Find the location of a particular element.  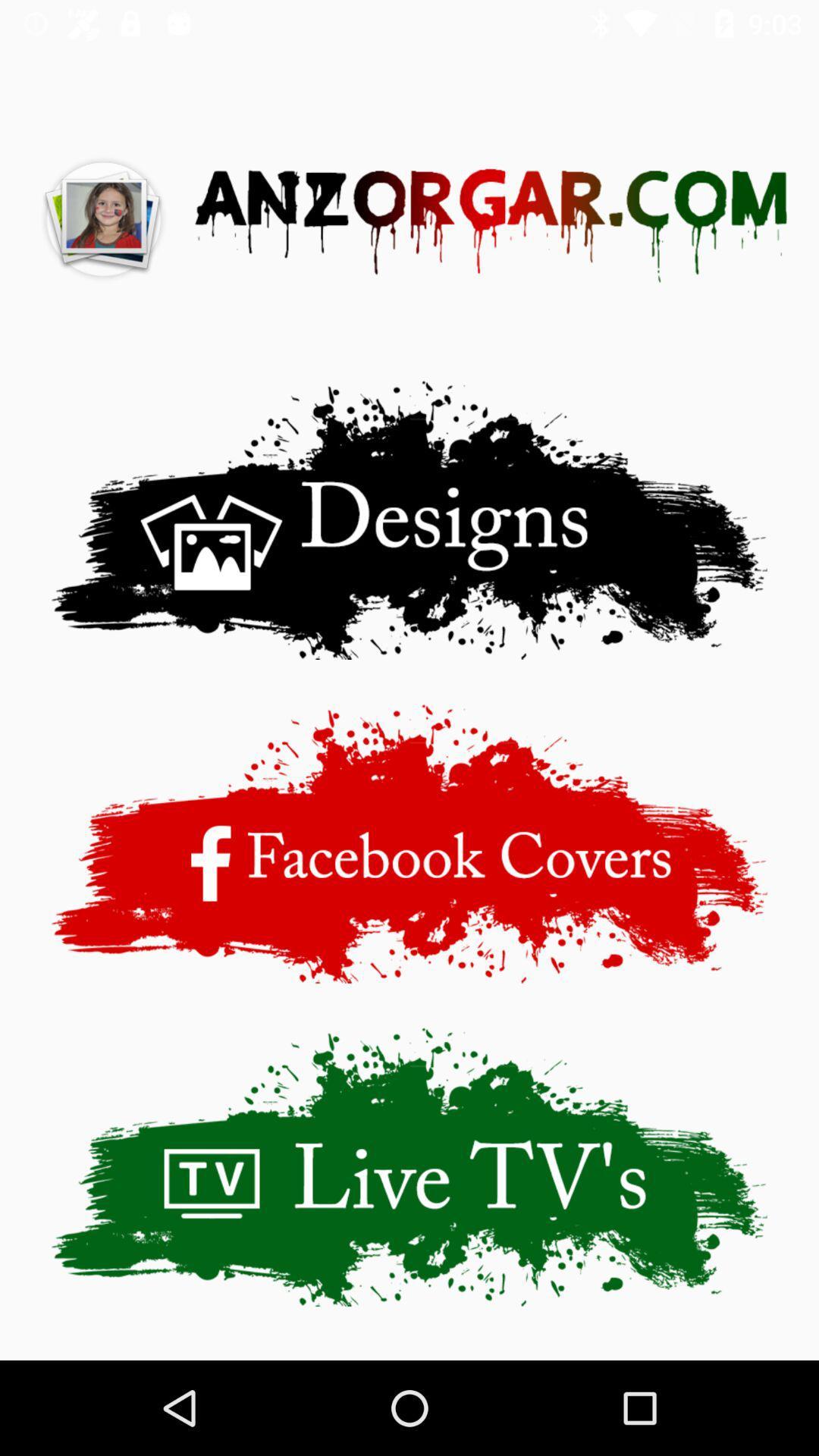

advertisement is located at coordinates (409, 843).